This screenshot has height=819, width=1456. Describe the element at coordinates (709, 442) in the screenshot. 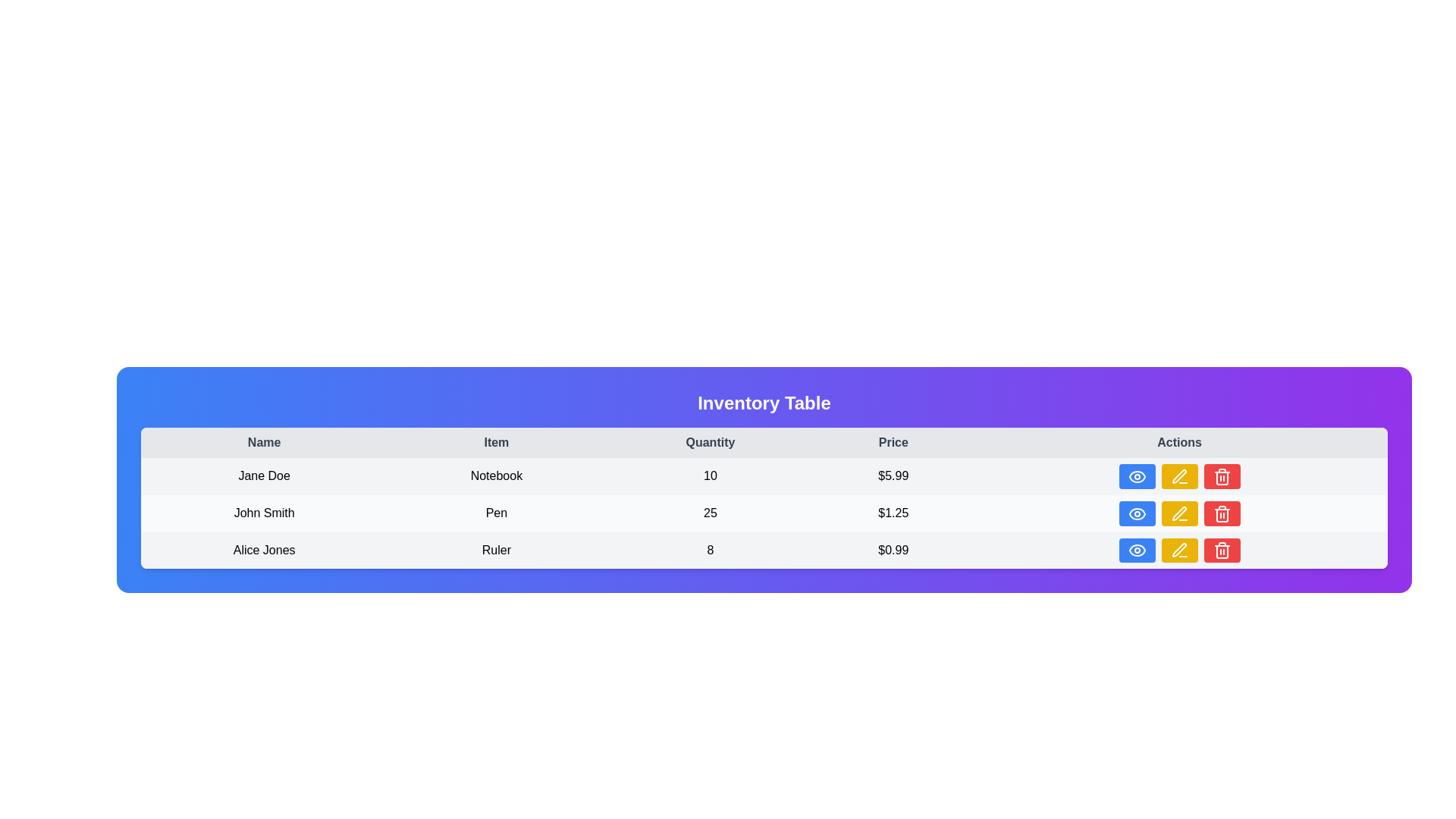

I see `the 'Quantity' label, which is a bold, medium-sized black text in the header row of a table, centered in its cell between 'Item' and 'Price'` at that location.